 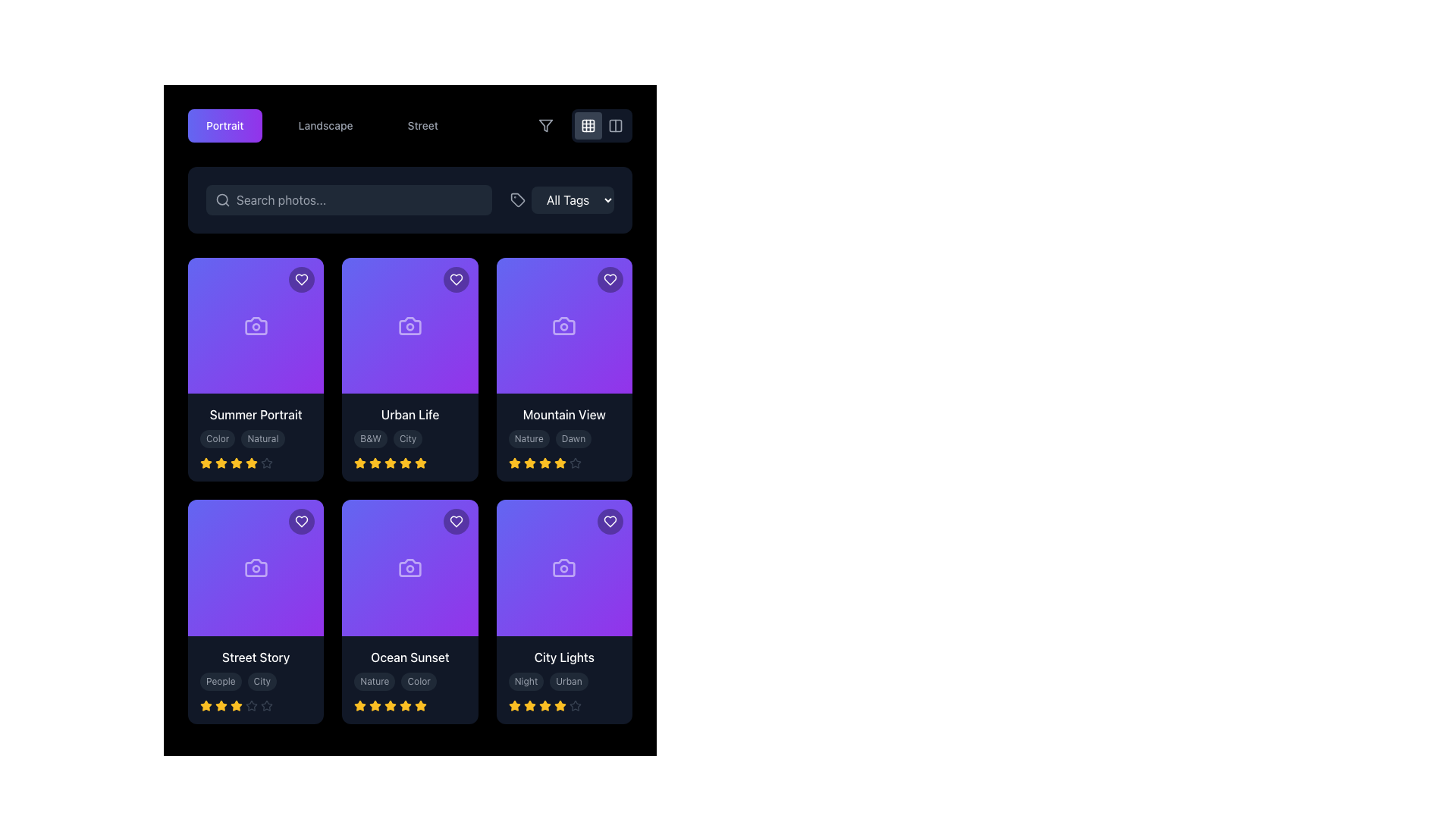 What do you see at coordinates (256, 705) in the screenshot?
I see `the inactive fifth star icon in the rating system on the 'Street Story' card to rate this level` at bounding box center [256, 705].